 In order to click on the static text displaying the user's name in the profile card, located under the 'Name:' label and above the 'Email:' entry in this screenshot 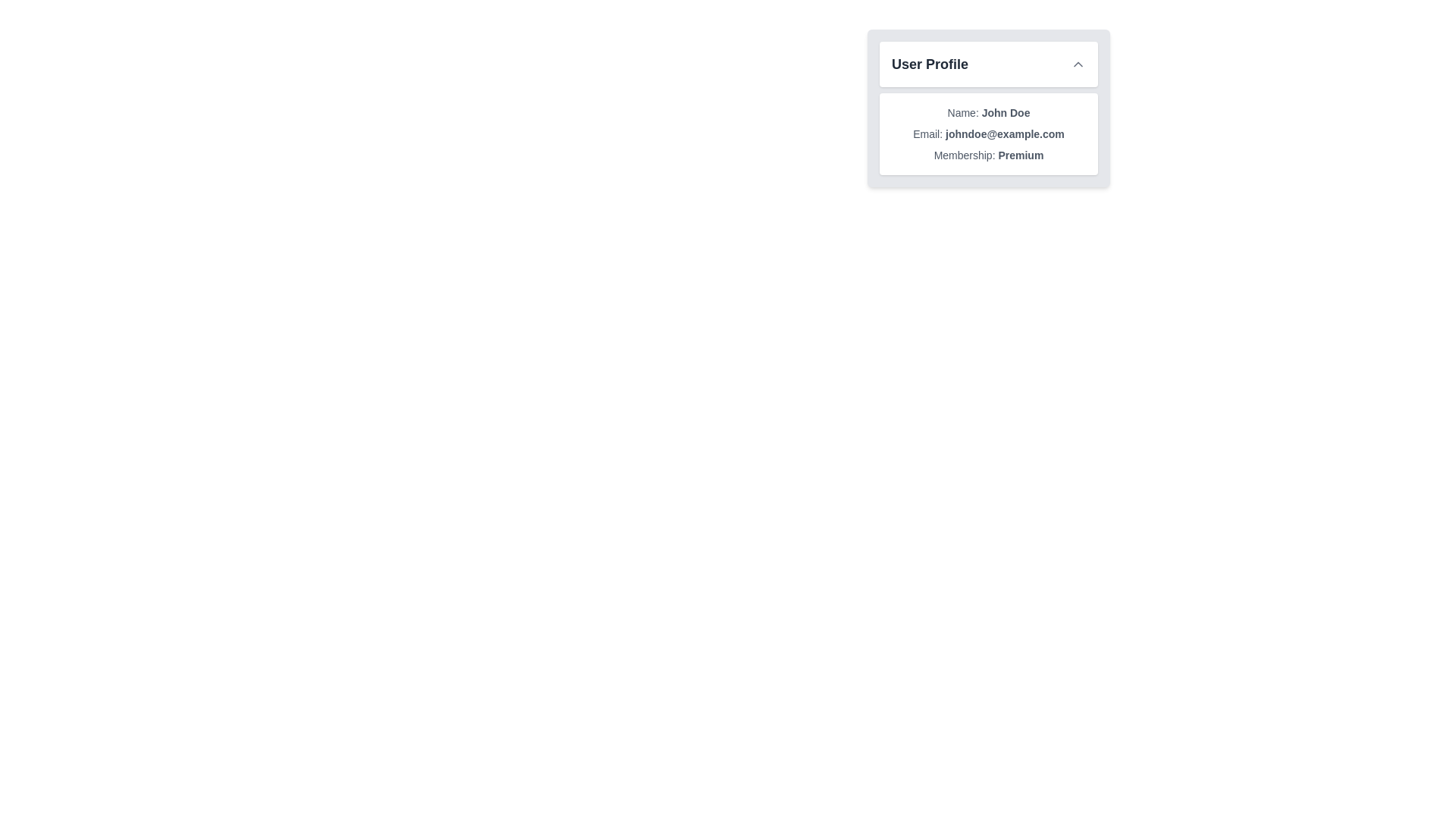, I will do `click(1006, 112)`.